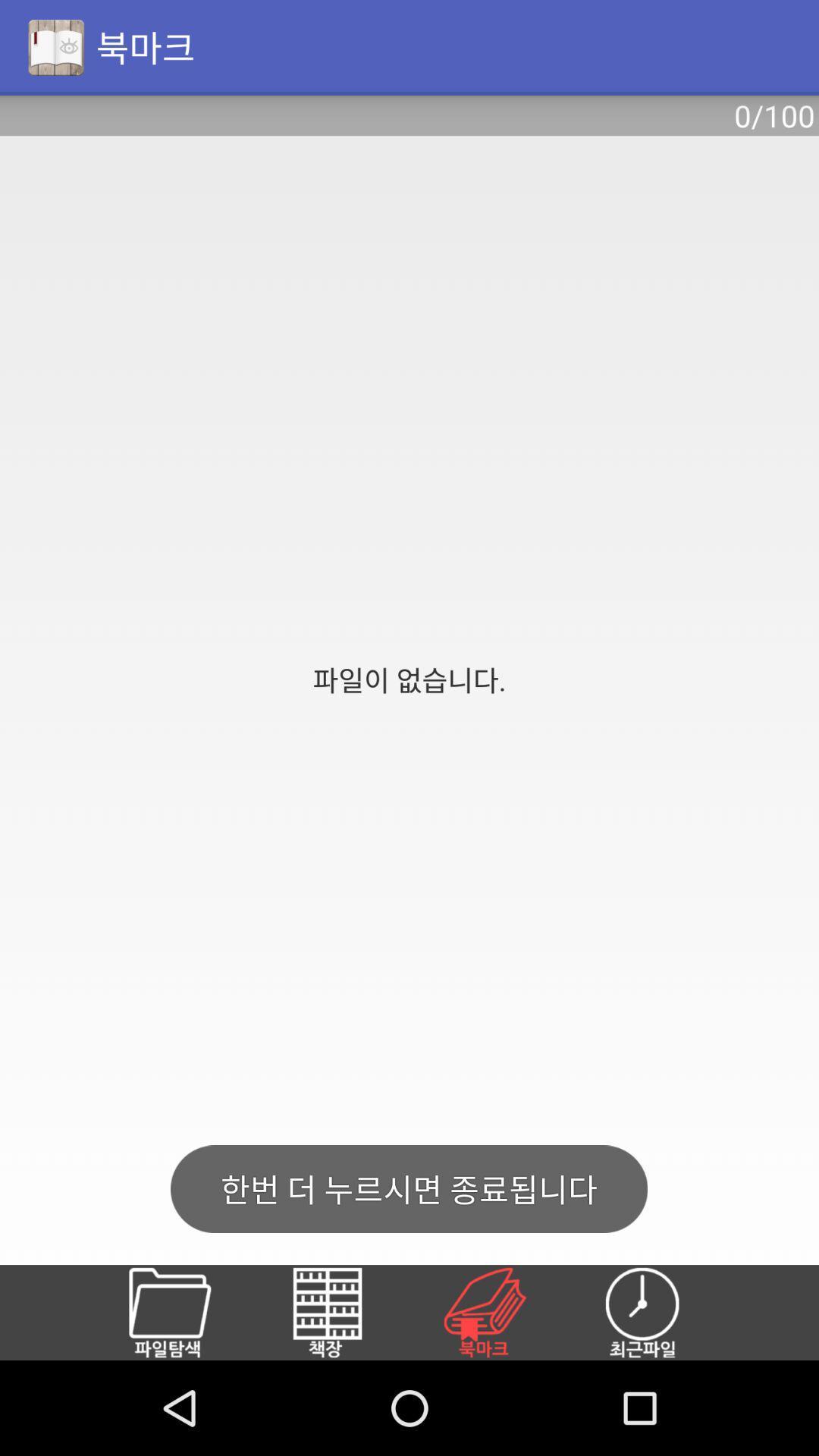 This screenshot has height=1456, width=819. What do you see at coordinates (187, 1312) in the screenshot?
I see `my files` at bounding box center [187, 1312].